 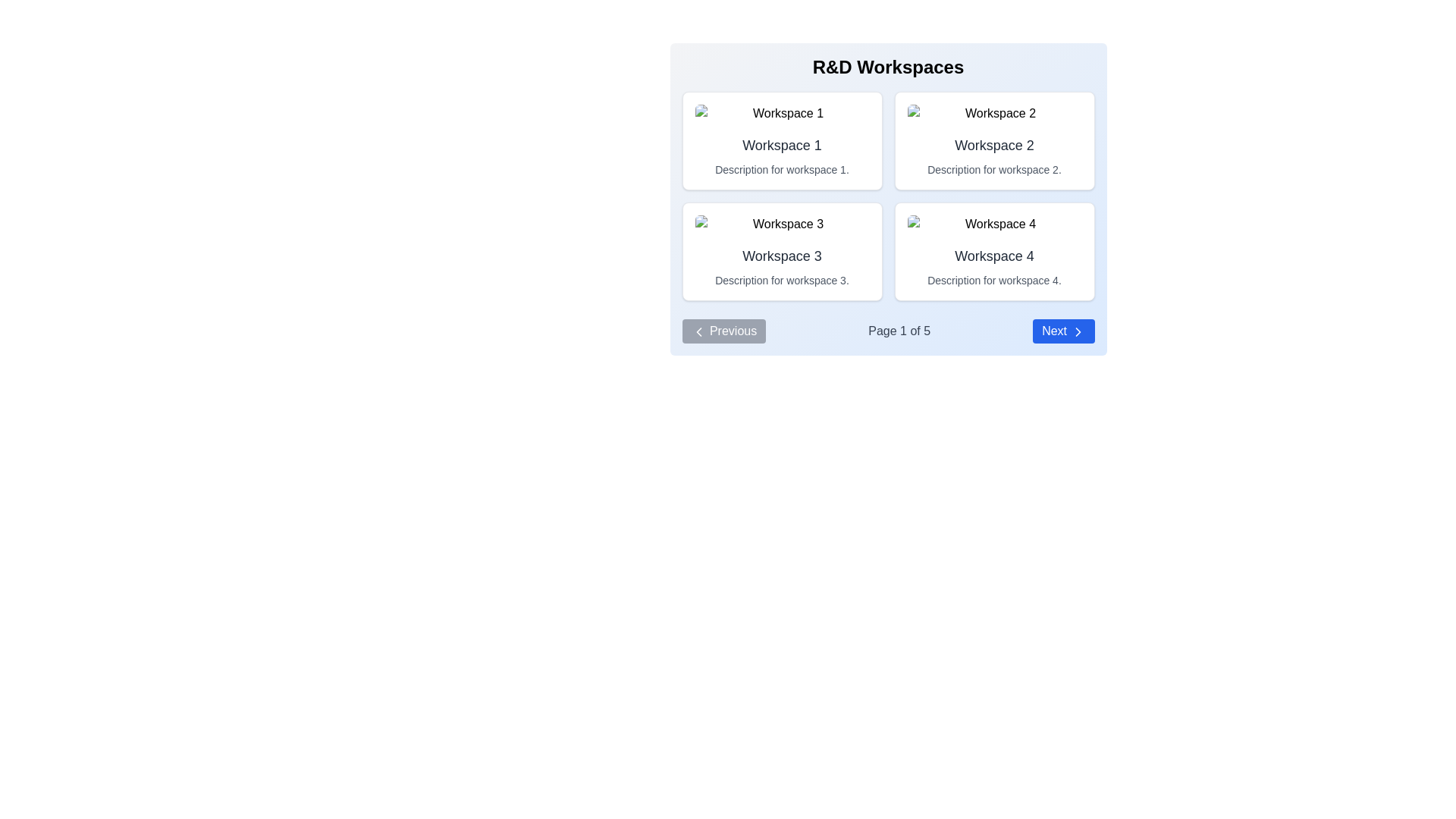 What do you see at coordinates (994, 113) in the screenshot?
I see `image representing 'Workspace 2' located at the top of the card in the R&D Workspaces section by clicking on it` at bounding box center [994, 113].